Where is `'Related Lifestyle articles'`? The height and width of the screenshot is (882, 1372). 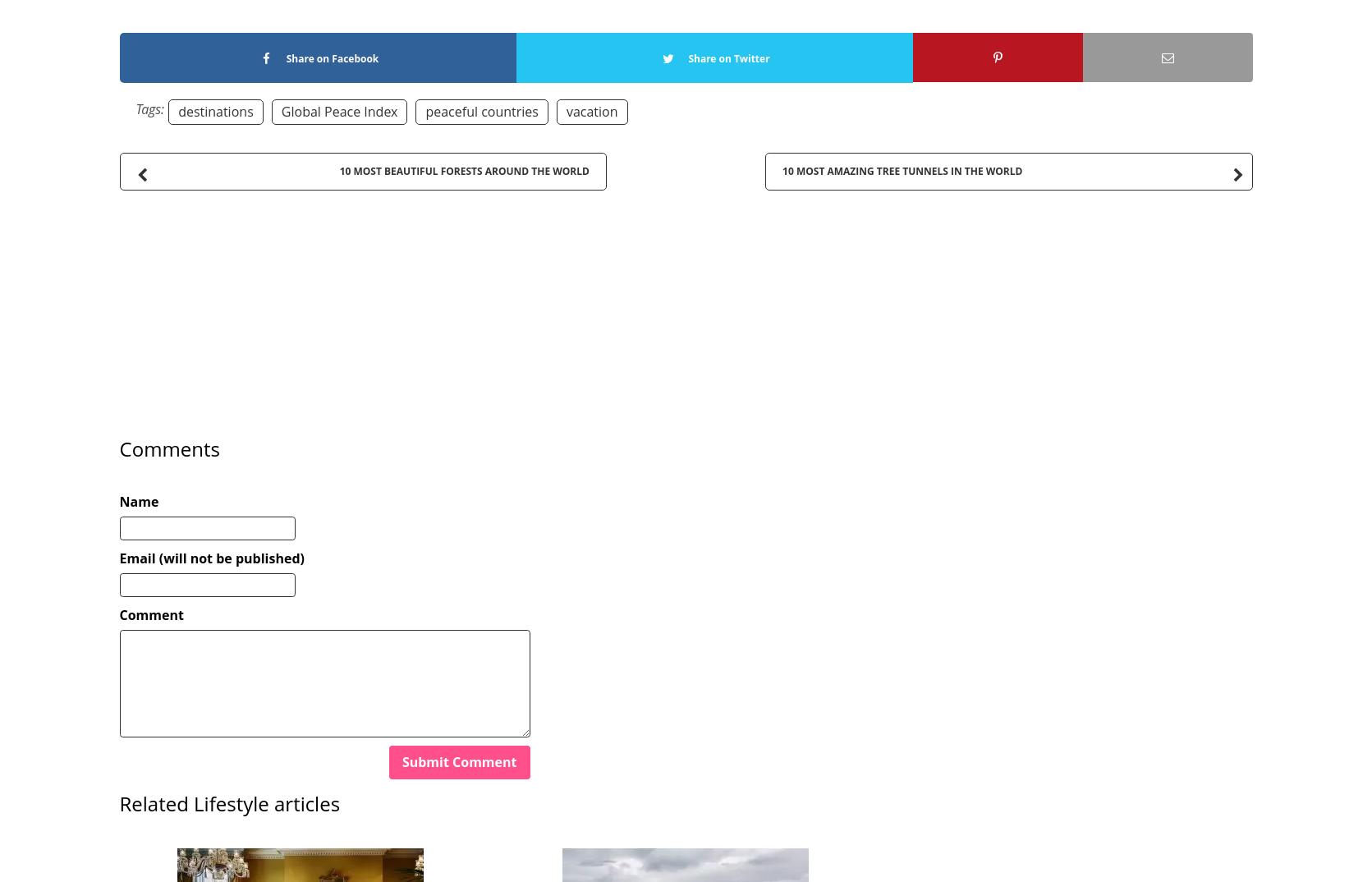 'Related Lifestyle articles' is located at coordinates (228, 802).